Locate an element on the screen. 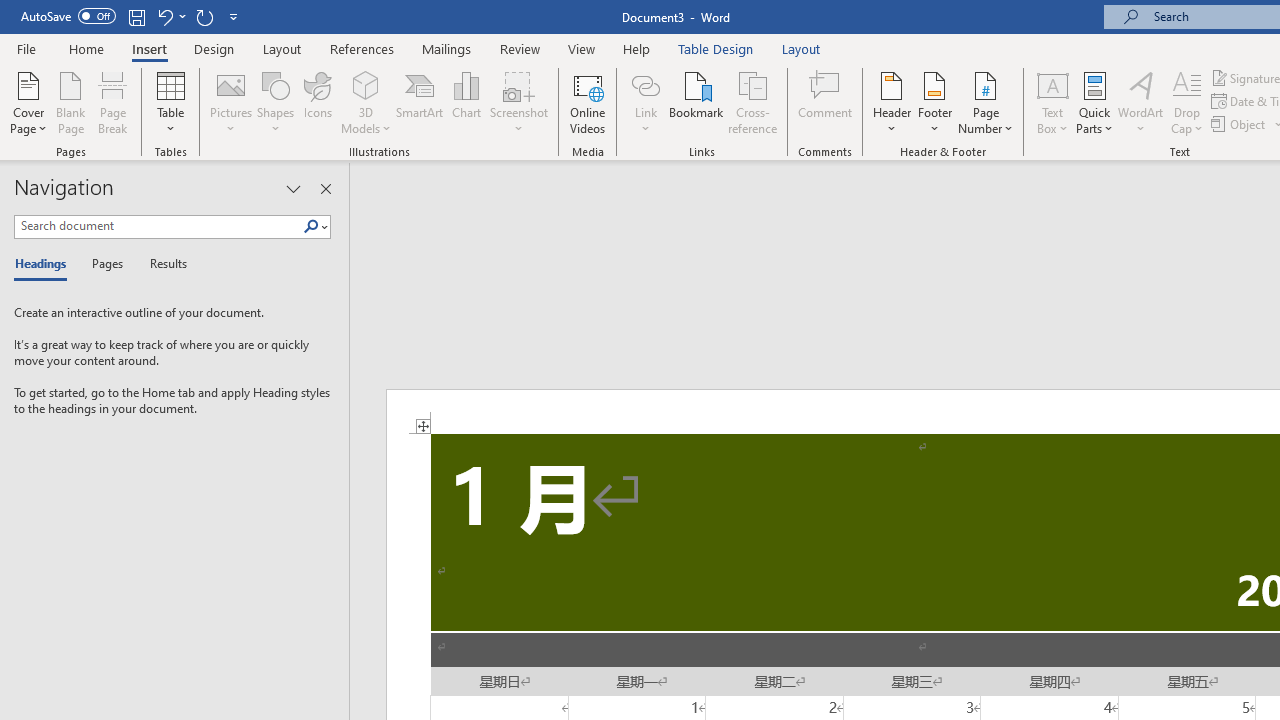  'Cross-reference...' is located at coordinates (751, 103).